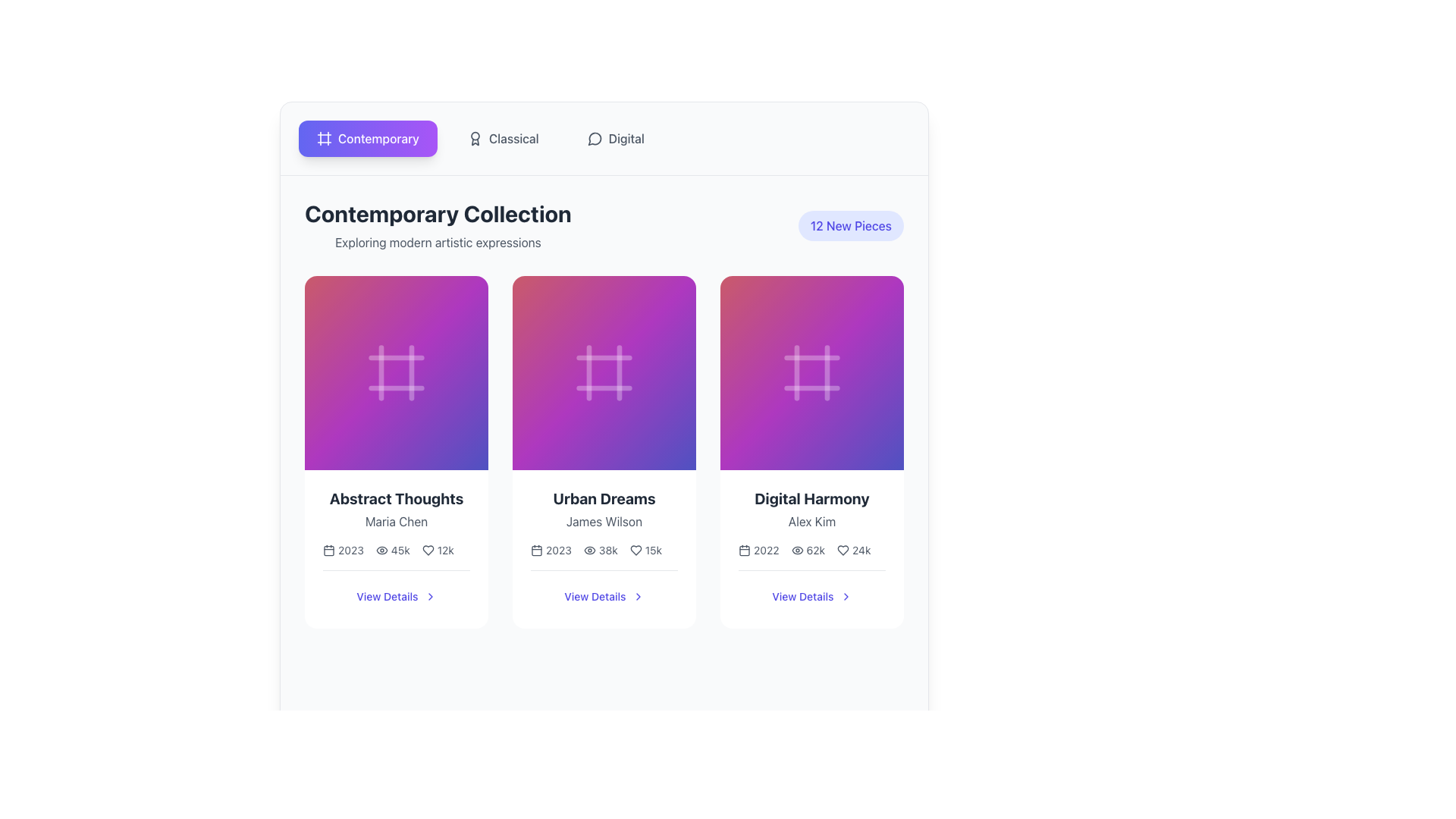 Image resolution: width=1456 pixels, height=819 pixels. Describe the element at coordinates (437, 213) in the screenshot. I see `the text block labeled 'Contemporary Collection' which serves as a header, positioned above the subtitle 'Exploring modern artistic expressions'` at that location.